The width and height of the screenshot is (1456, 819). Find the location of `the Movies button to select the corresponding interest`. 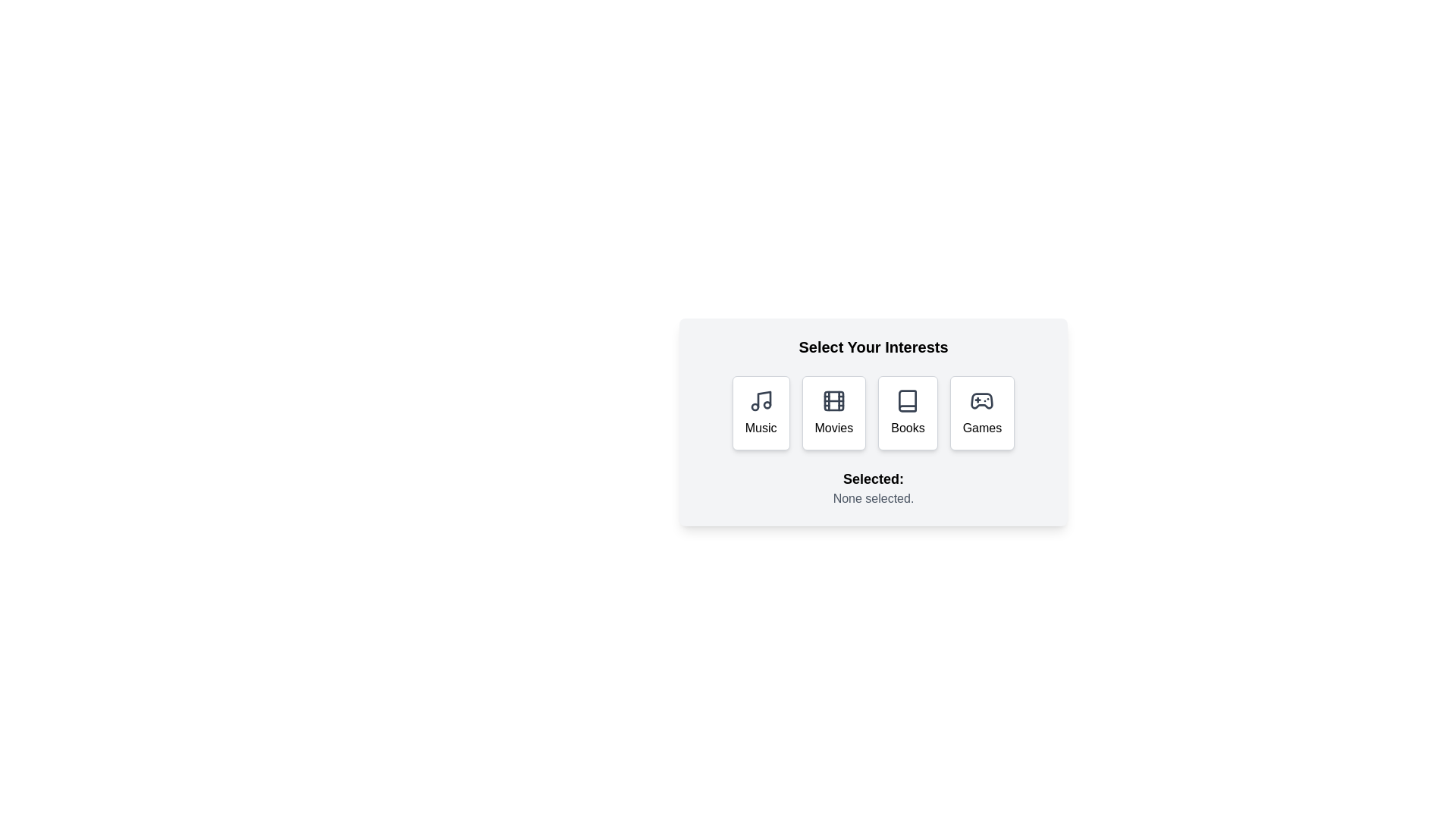

the Movies button to select the corresponding interest is located at coordinates (833, 413).